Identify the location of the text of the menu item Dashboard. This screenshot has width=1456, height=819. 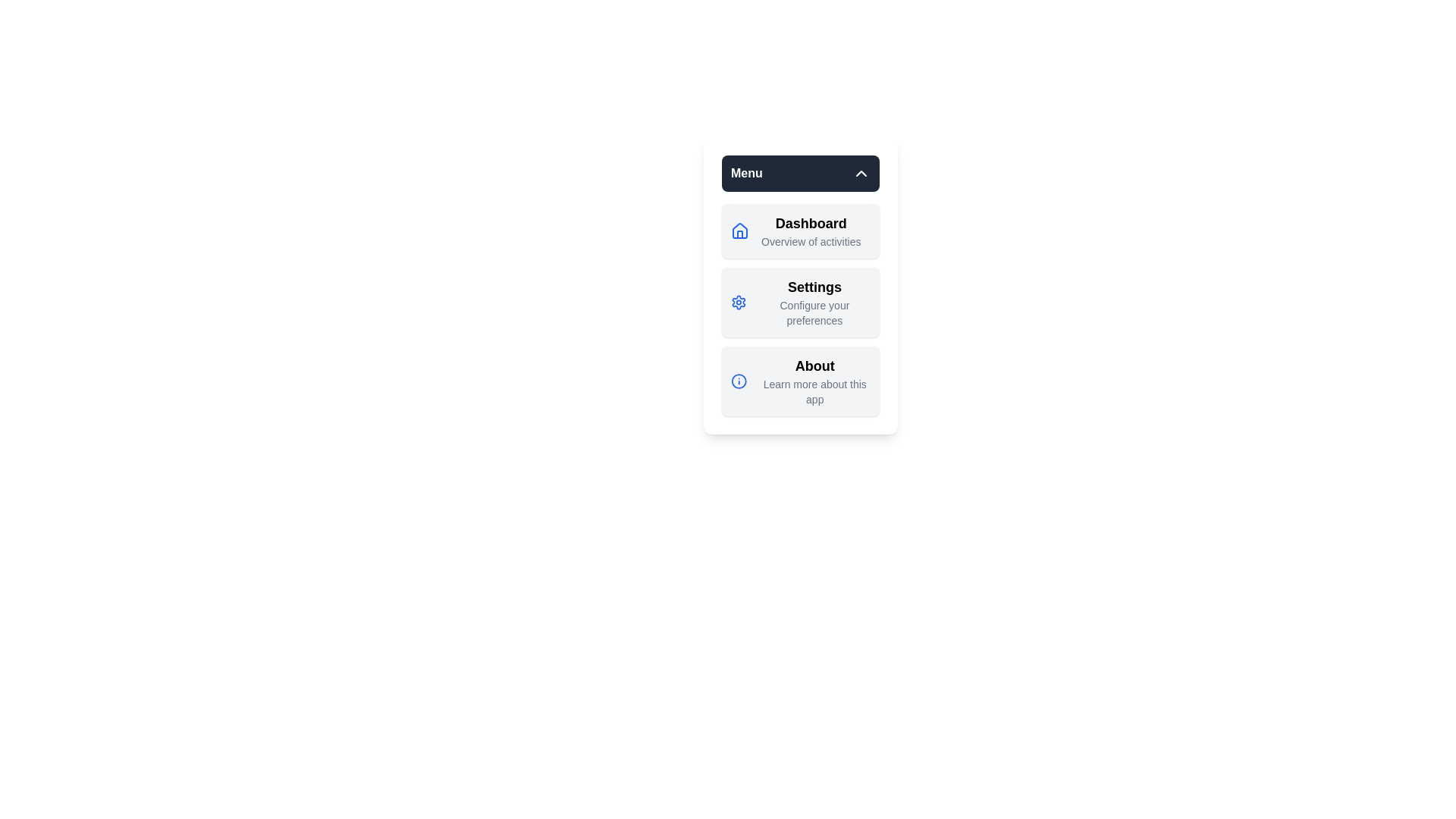
(800, 231).